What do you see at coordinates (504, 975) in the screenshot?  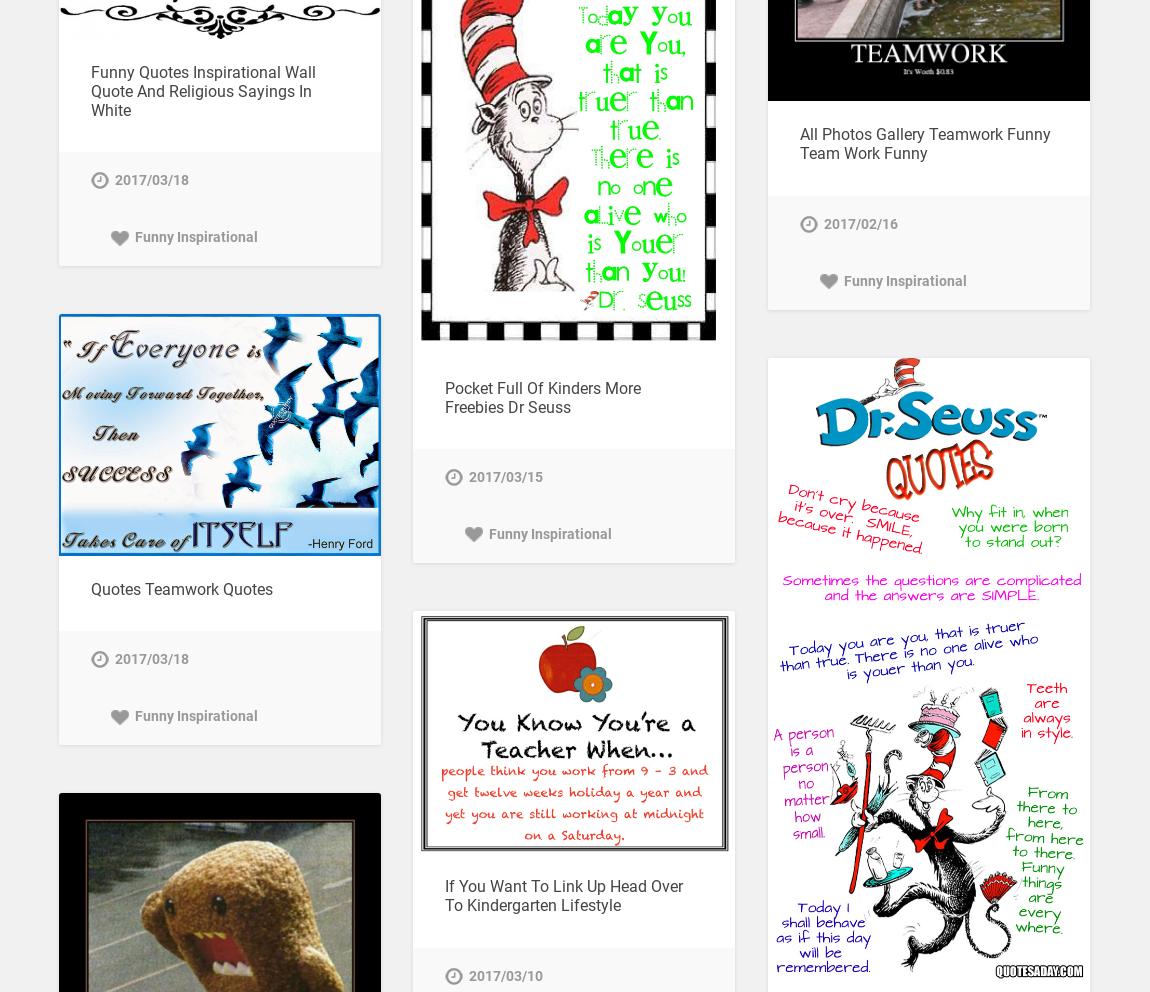 I see `'2017/03/10'` at bounding box center [504, 975].